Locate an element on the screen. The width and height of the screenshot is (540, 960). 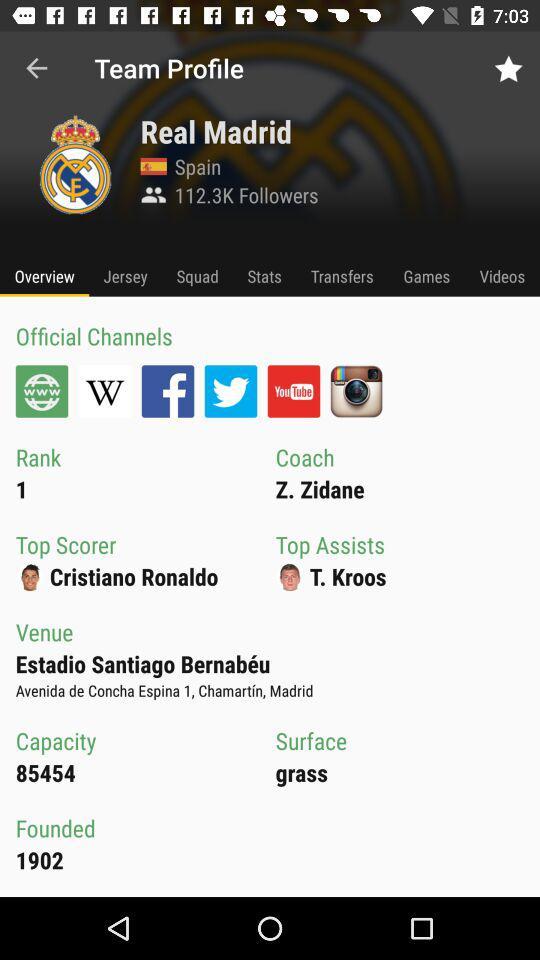
instagram is located at coordinates (355, 390).